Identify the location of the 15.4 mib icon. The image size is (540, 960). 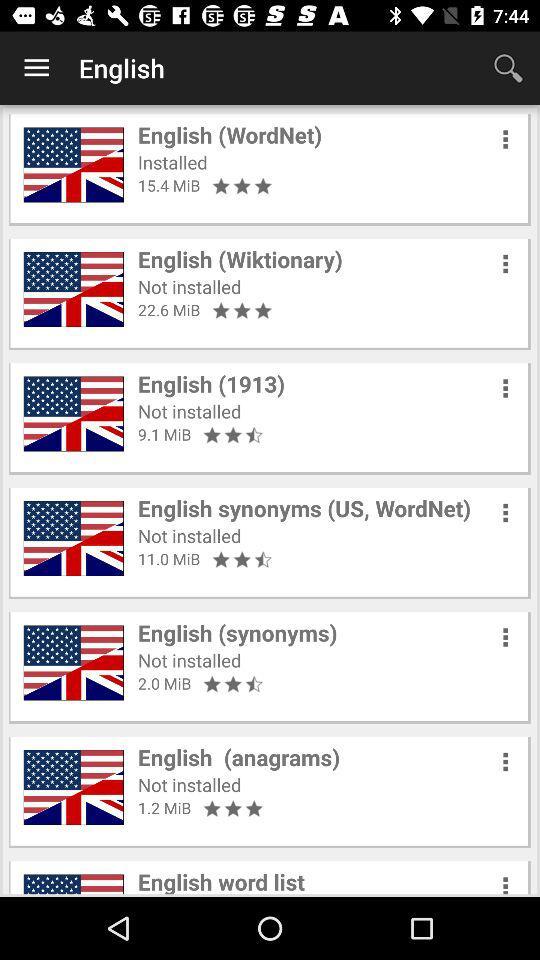
(168, 185).